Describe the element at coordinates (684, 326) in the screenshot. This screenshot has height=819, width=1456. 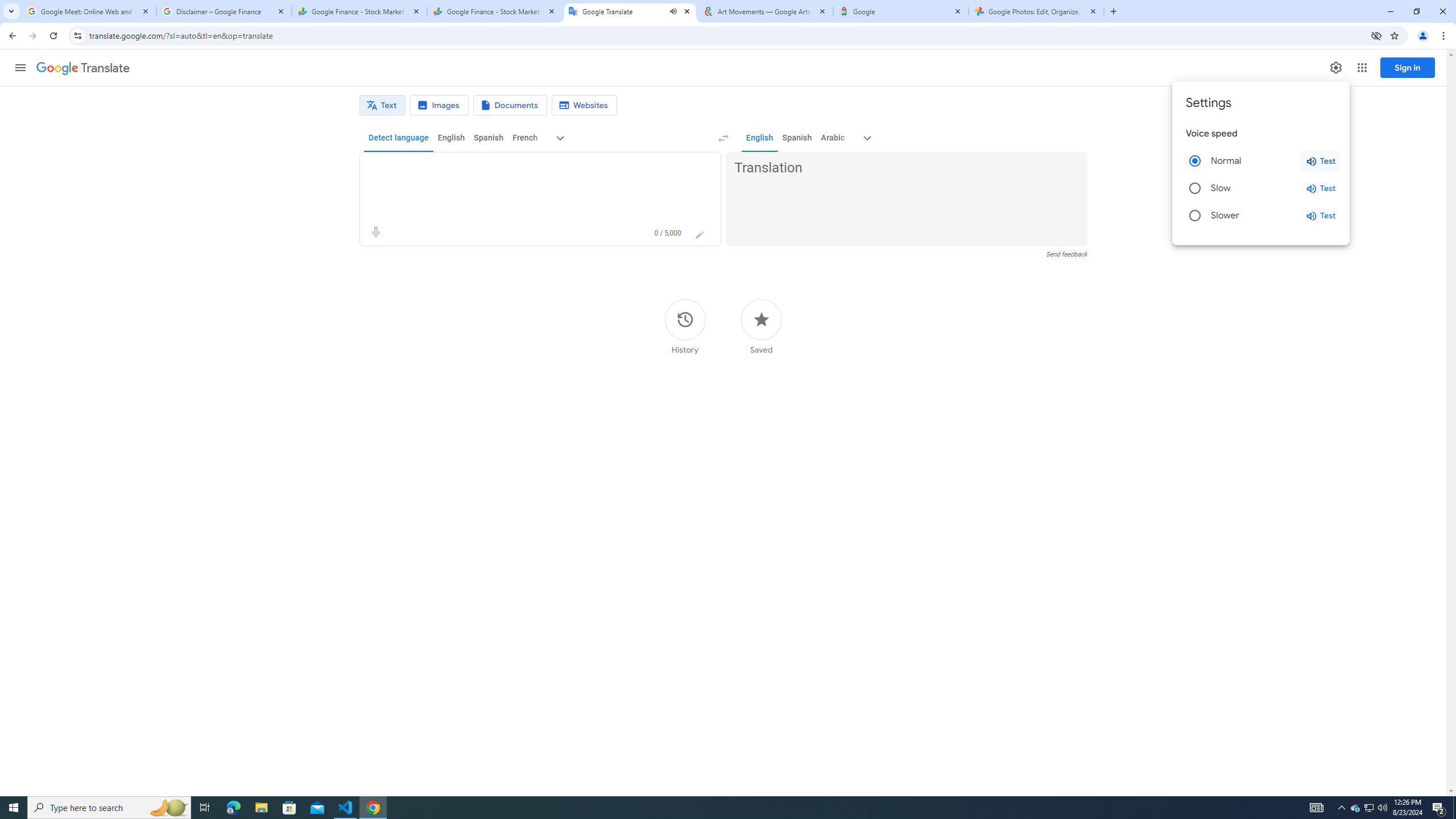
I see `'History'` at that location.